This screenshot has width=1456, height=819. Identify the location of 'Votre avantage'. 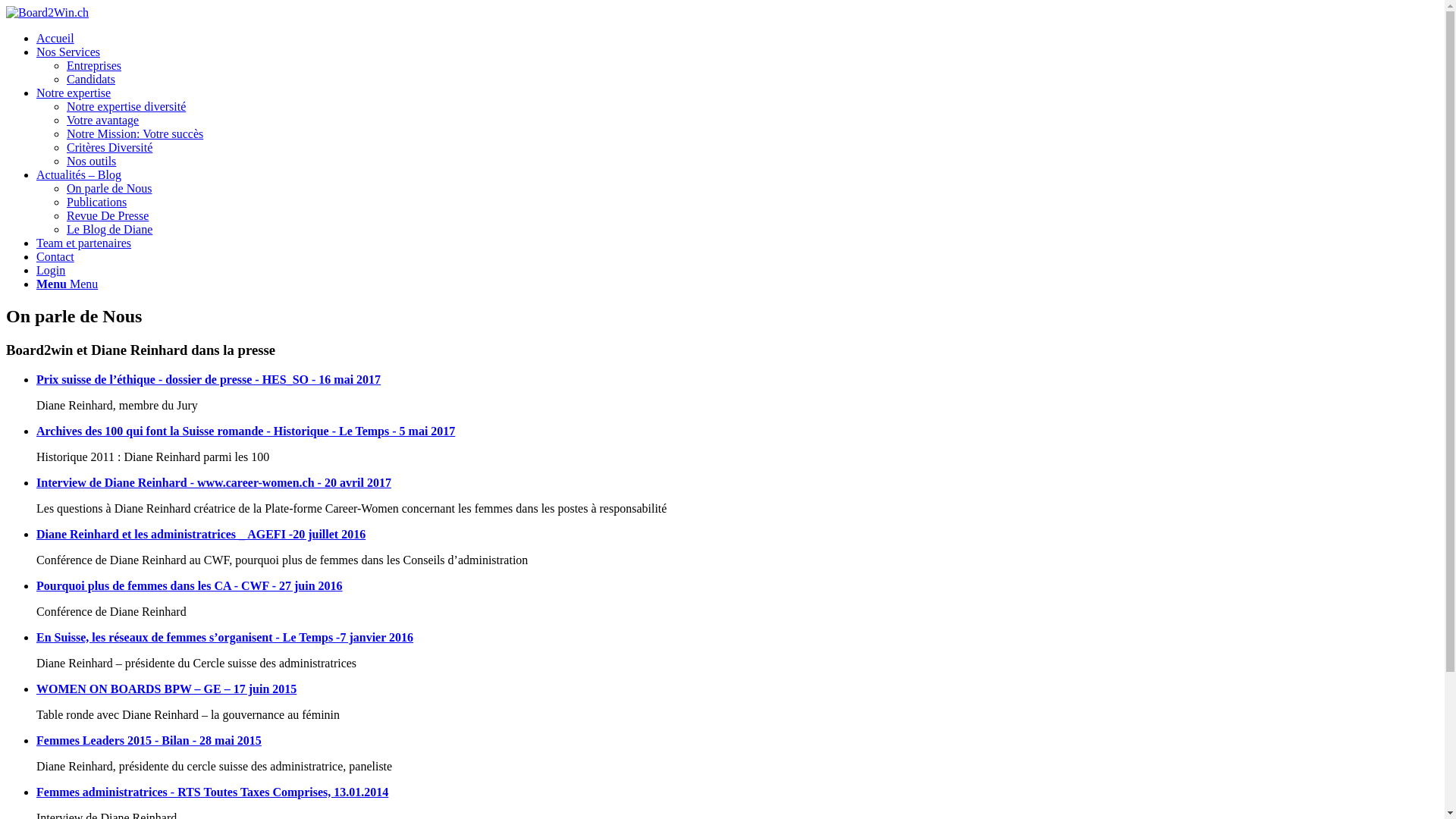
(102, 119).